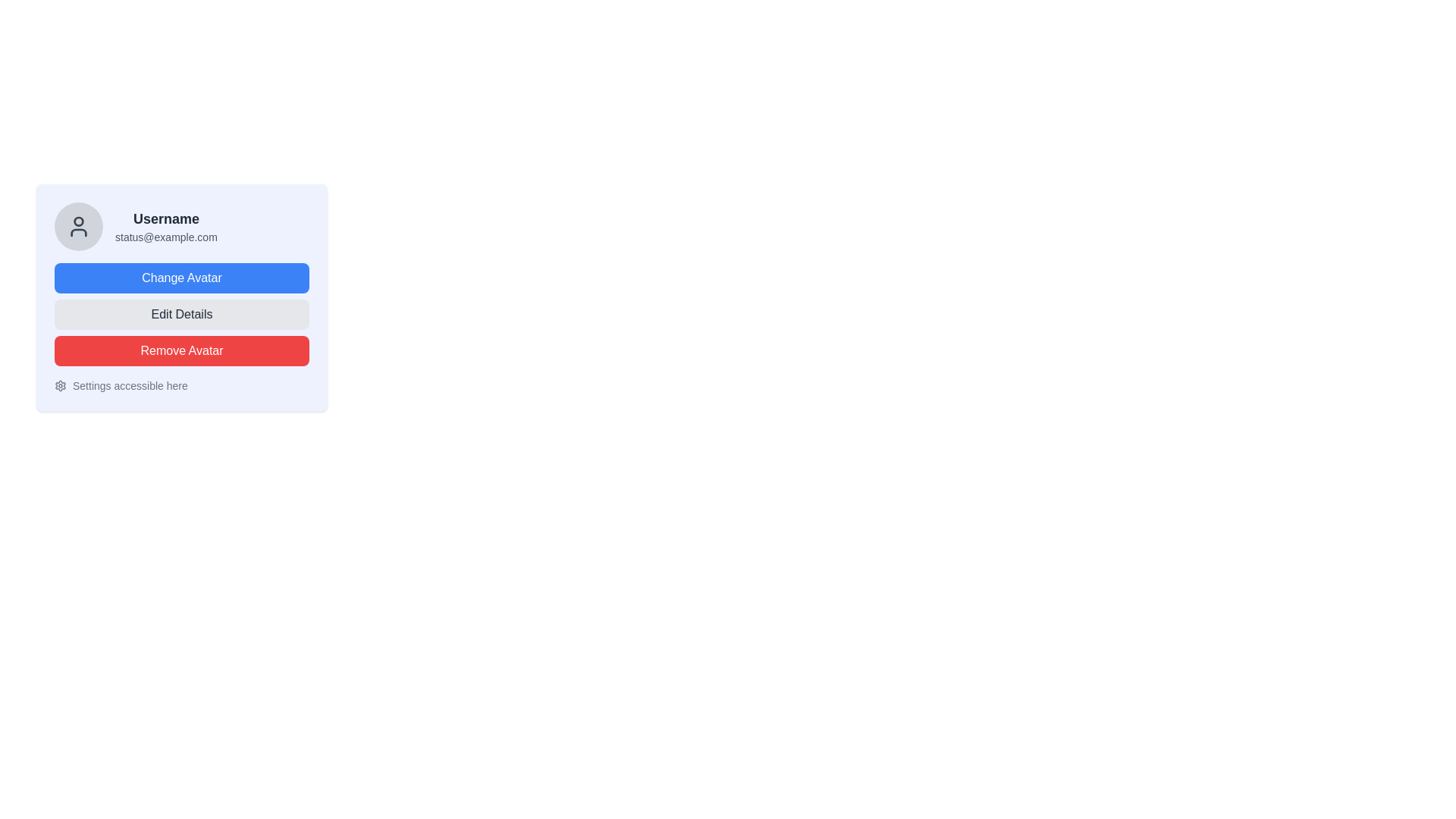 This screenshot has height=819, width=1456. Describe the element at coordinates (78, 227) in the screenshot. I see `the user silhouette icon which is styled in dark gray on a light gray round background, located centrally in the upper-left section of a card interface` at that location.